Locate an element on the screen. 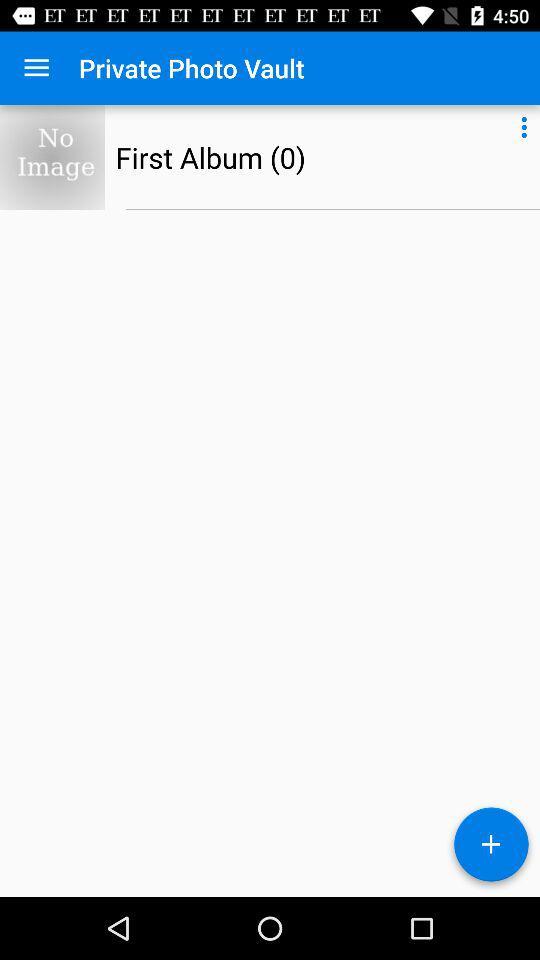  item to the right of first album (0) is located at coordinates (524, 123).